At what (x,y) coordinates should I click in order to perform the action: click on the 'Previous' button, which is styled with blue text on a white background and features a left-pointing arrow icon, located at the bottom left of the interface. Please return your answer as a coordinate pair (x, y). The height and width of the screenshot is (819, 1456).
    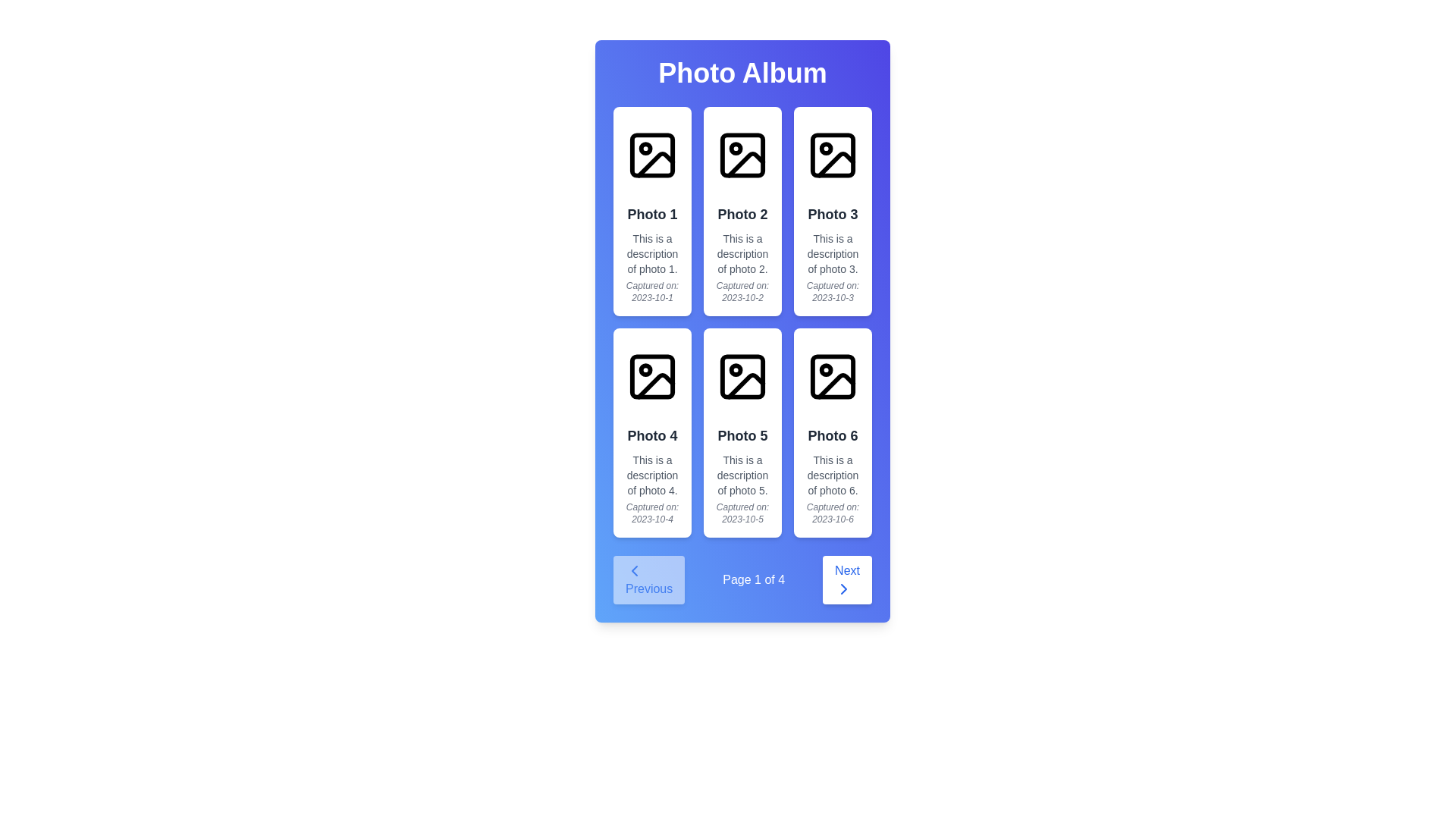
    Looking at the image, I should click on (649, 579).